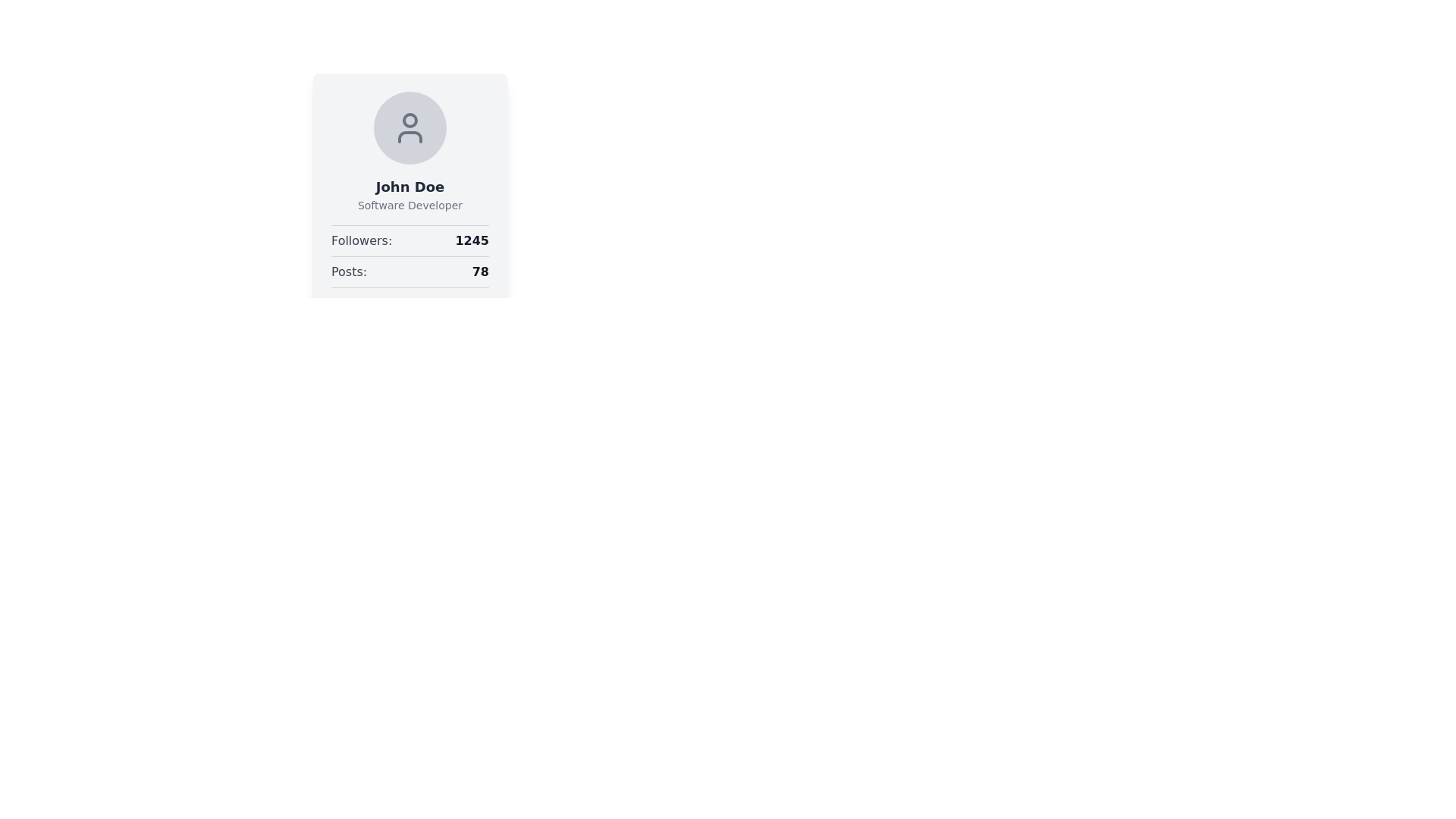  Describe the element at coordinates (471, 240) in the screenshot. I see `text content displayed in bold and dark font showing the number '1245', which is aligned next to the label 'Followers:' in the user profile section` at that location.